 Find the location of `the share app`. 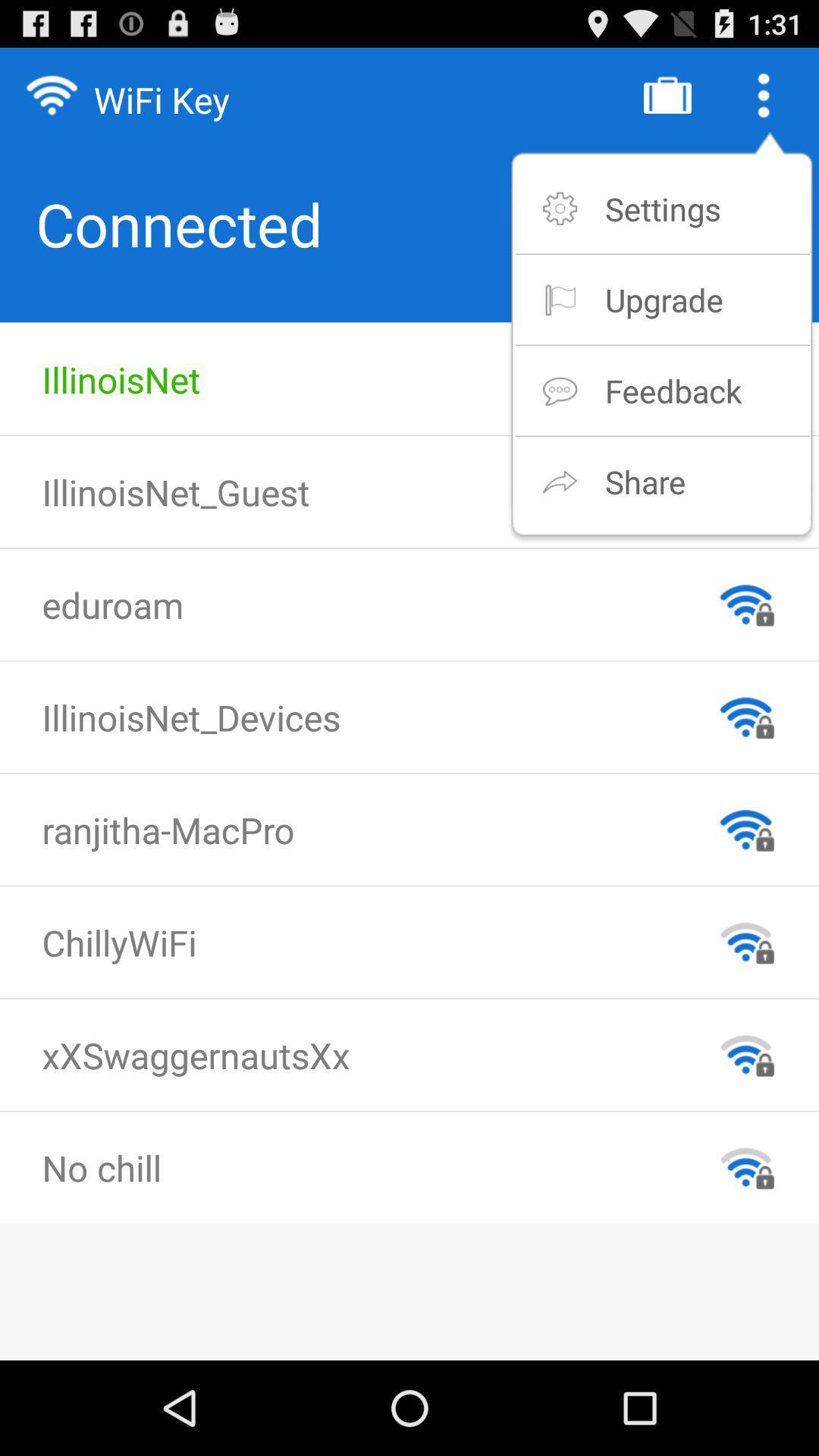

the share app is located at coordinates (645, 481).